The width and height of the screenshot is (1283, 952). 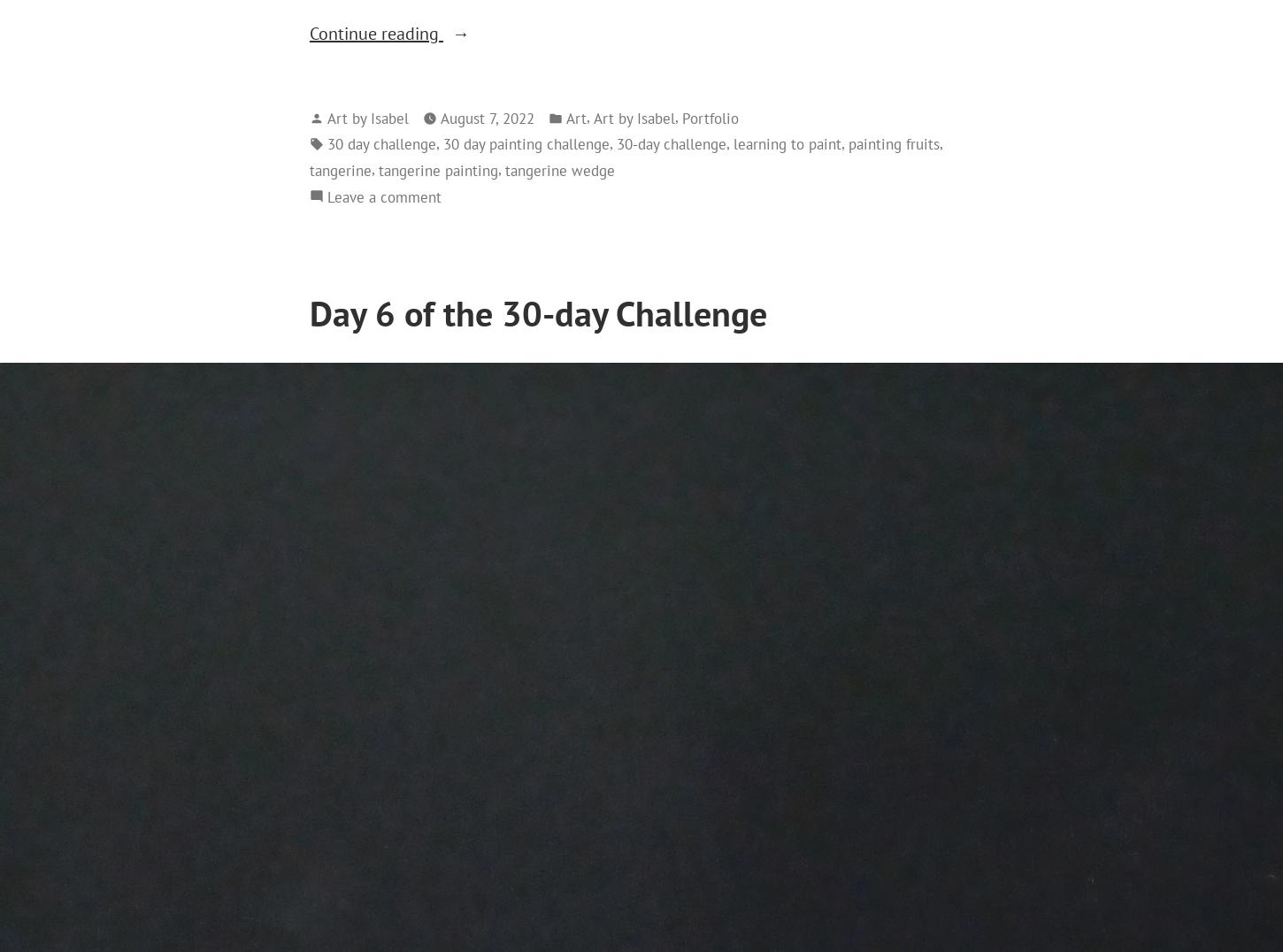 What do you see at coordinates (488, 116) in the screenshot?
I see `'August 7, 2022'` at bounding box center [488, 116].